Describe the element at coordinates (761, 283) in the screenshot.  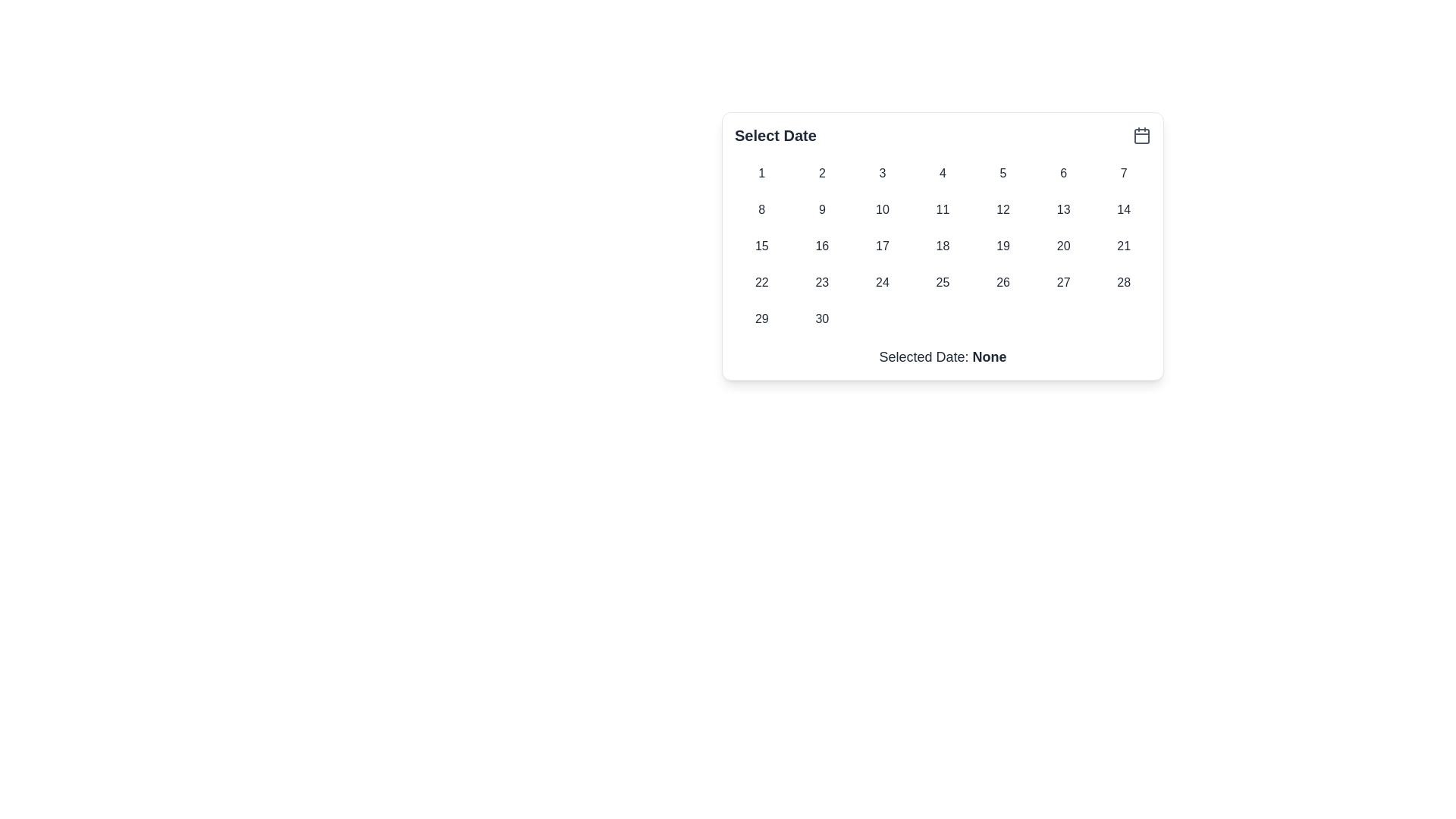
I see `the button that allows users to select the date '22' from the calendar interface, located in the left-most column of the fourth row in a grid of 30 elements` at that location.